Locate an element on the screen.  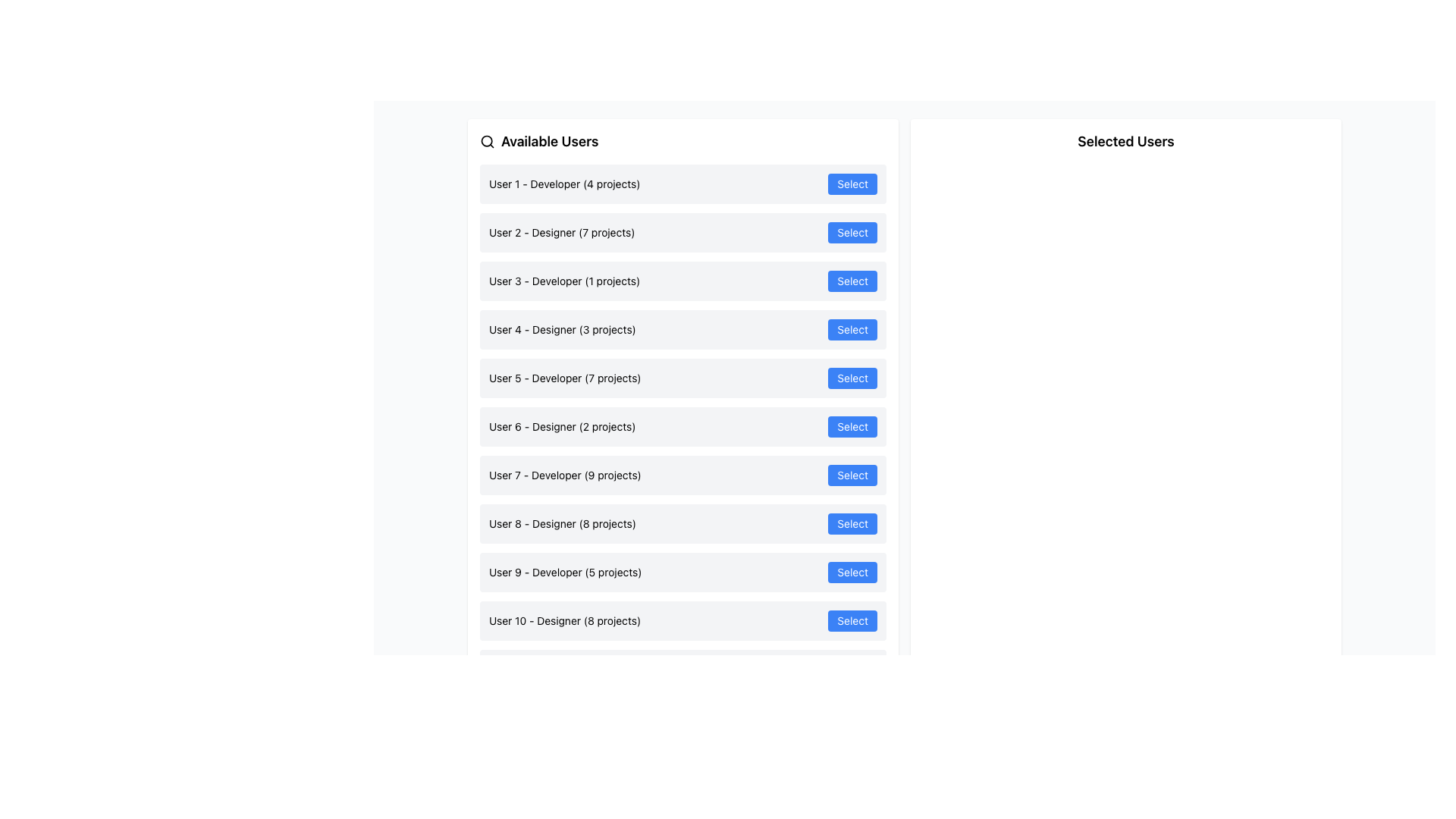
the blue 'Select' button with rounded corners that is labeled 'Select' in white text, located in the 'Available Users' section next to 'User 7 - Developer (9 projects)' is located at coordinates (852, 475).